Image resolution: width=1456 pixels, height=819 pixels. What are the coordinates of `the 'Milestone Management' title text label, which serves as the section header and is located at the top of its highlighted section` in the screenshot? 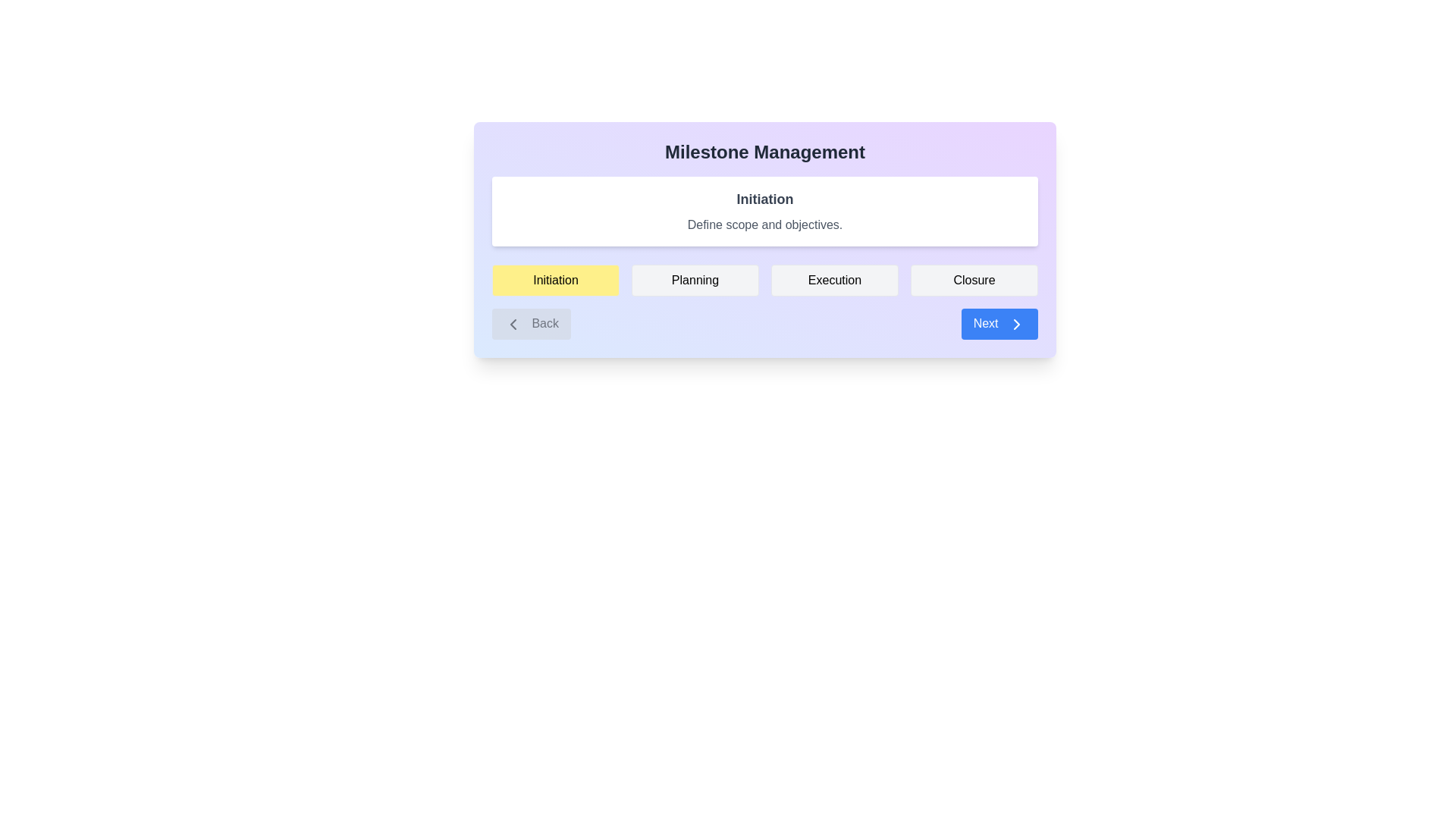 It's located at (764, 152).